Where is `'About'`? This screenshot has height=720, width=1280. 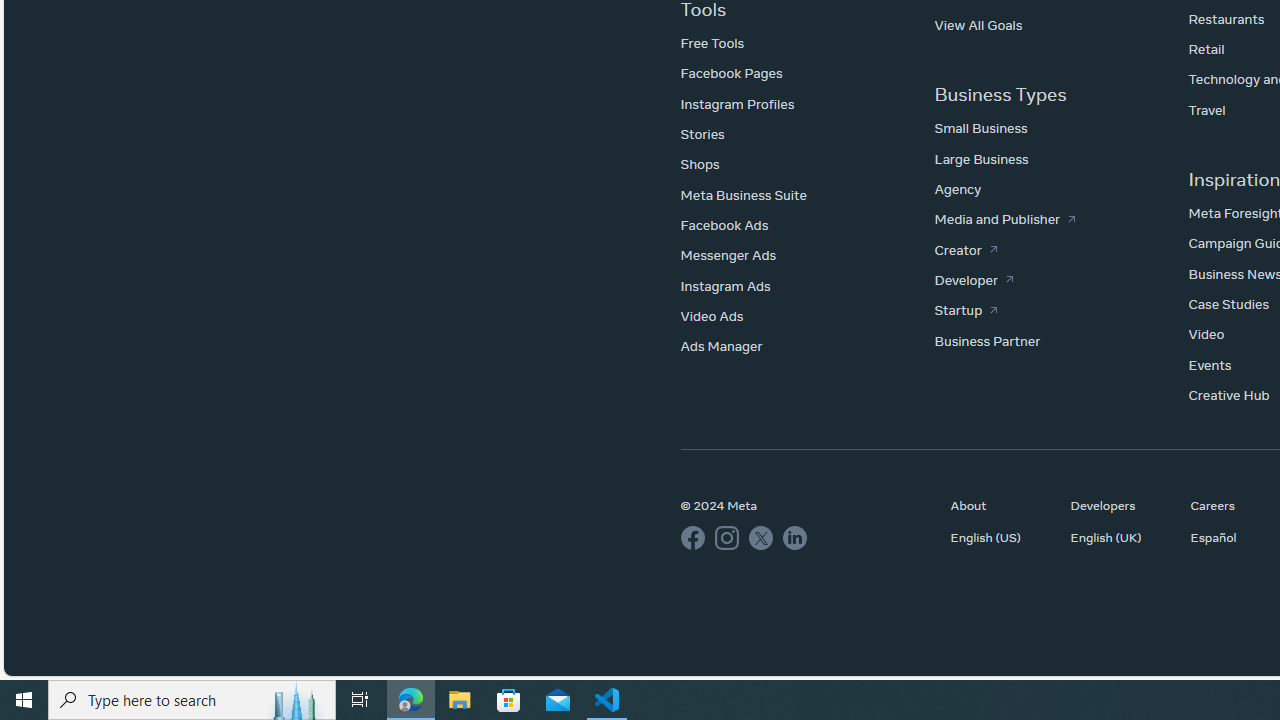 'About' is located at coordinates (1000, 504).